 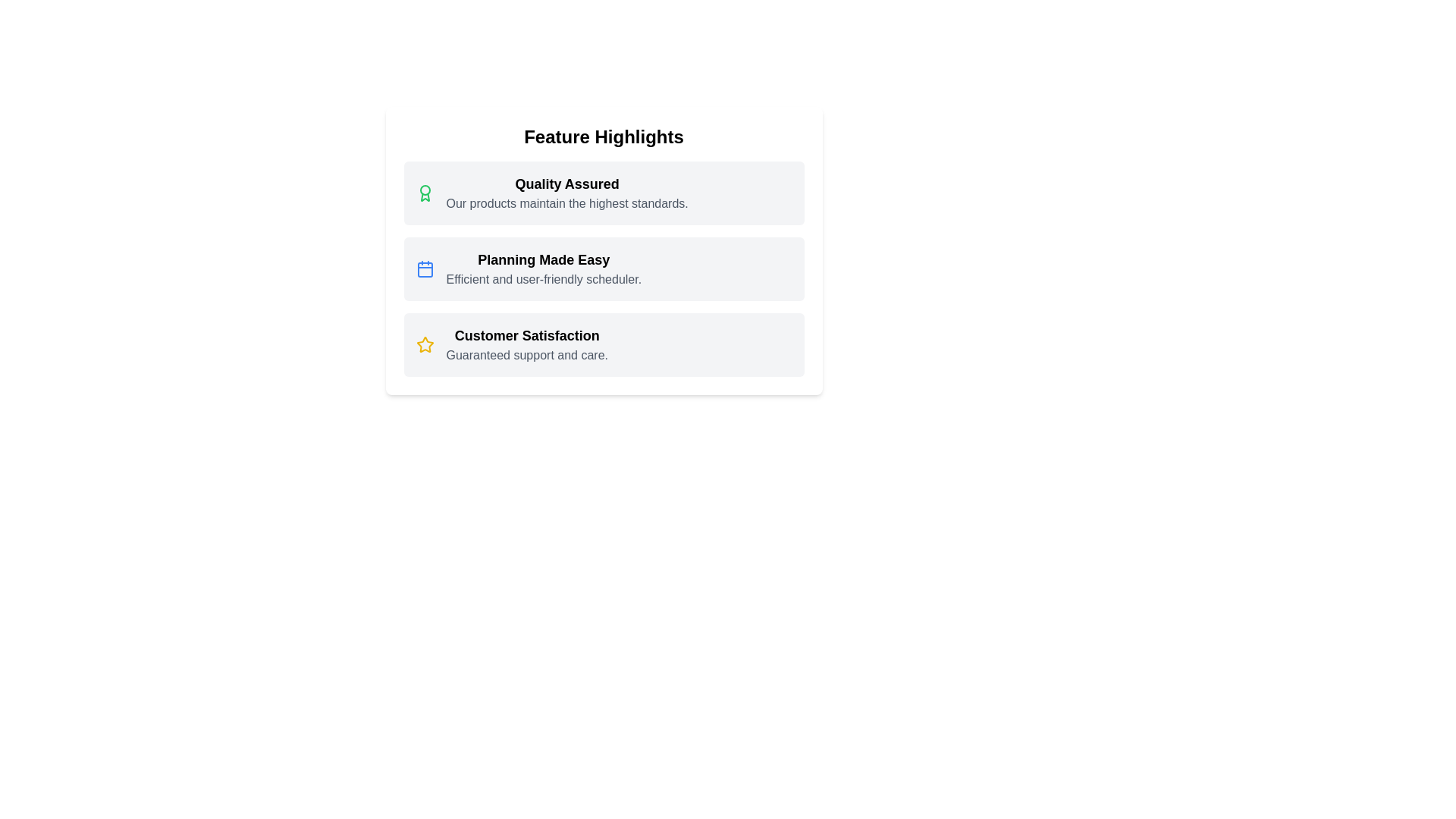 I want to click on the quality assurance icon located in the first row of the feature highlight section, to the left of the 'Quality Assured' text, so click(x=425, y=192).